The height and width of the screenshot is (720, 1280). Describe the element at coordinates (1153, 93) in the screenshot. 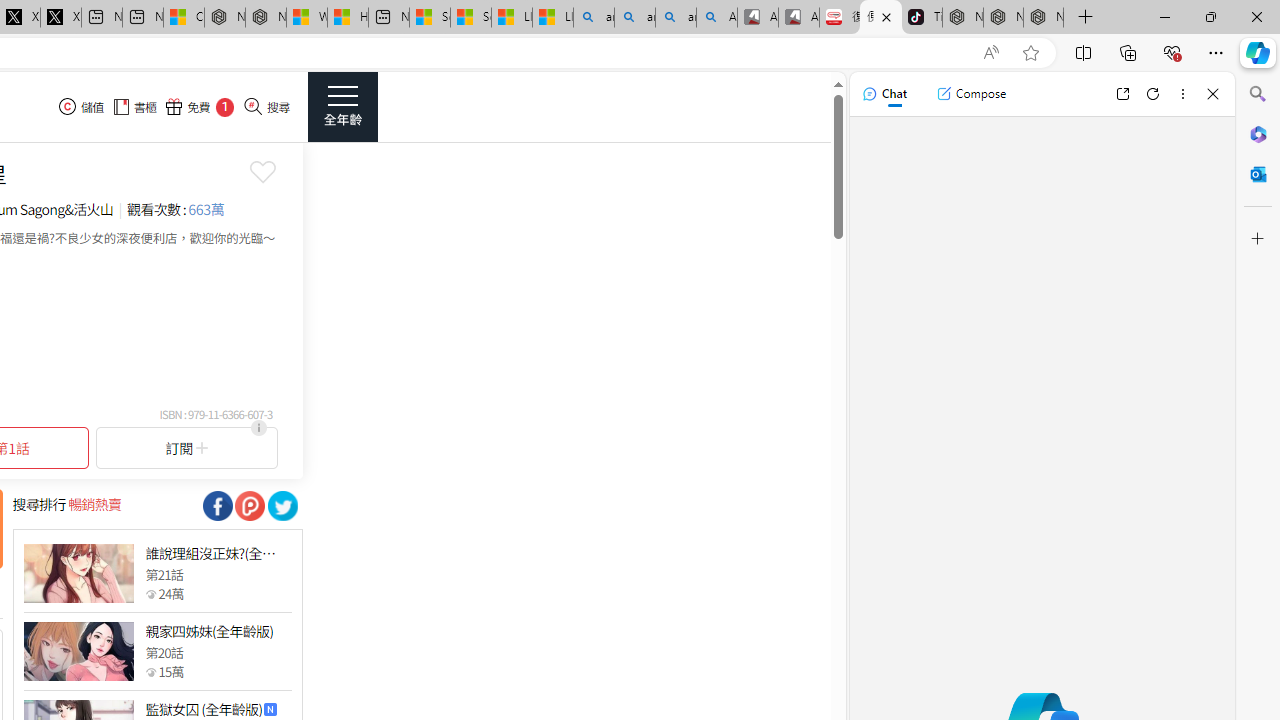

I see `'Refresh'` at that location.